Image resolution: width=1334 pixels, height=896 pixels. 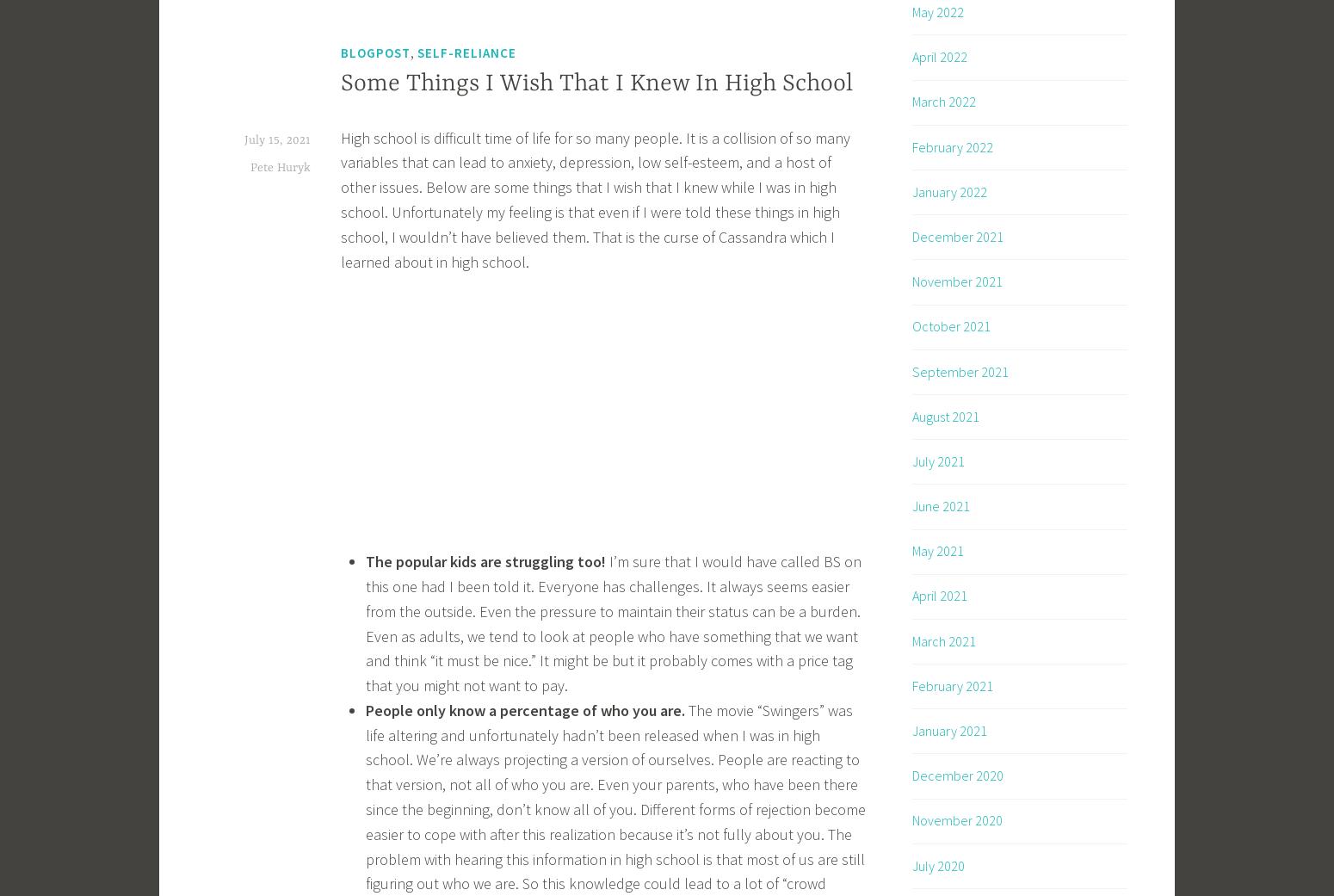 I want to click on 'January 2022', so click(x=948, y=190).